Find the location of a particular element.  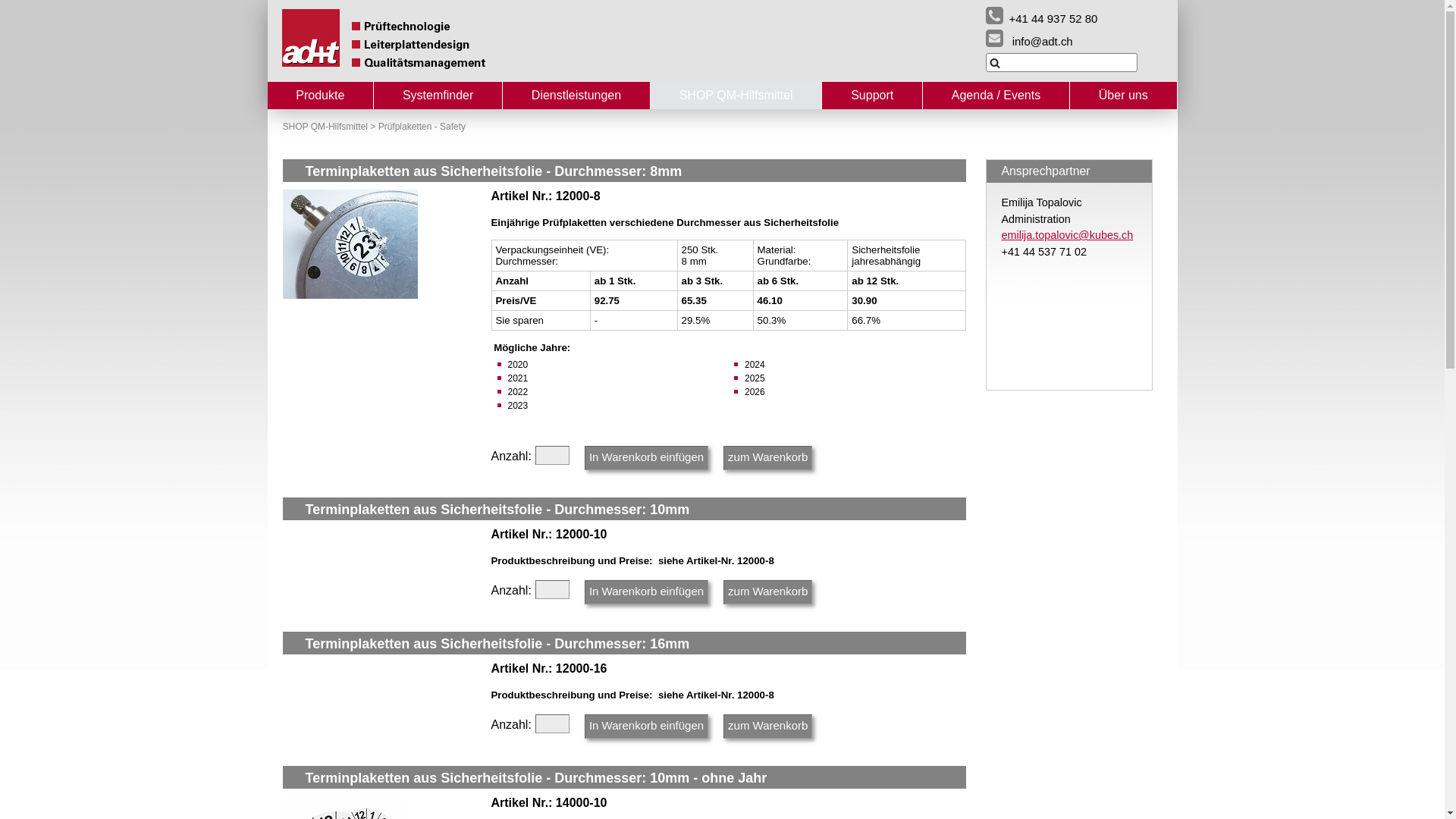

'+41 44 937 52 80' is located at coordinates (1040, 15).